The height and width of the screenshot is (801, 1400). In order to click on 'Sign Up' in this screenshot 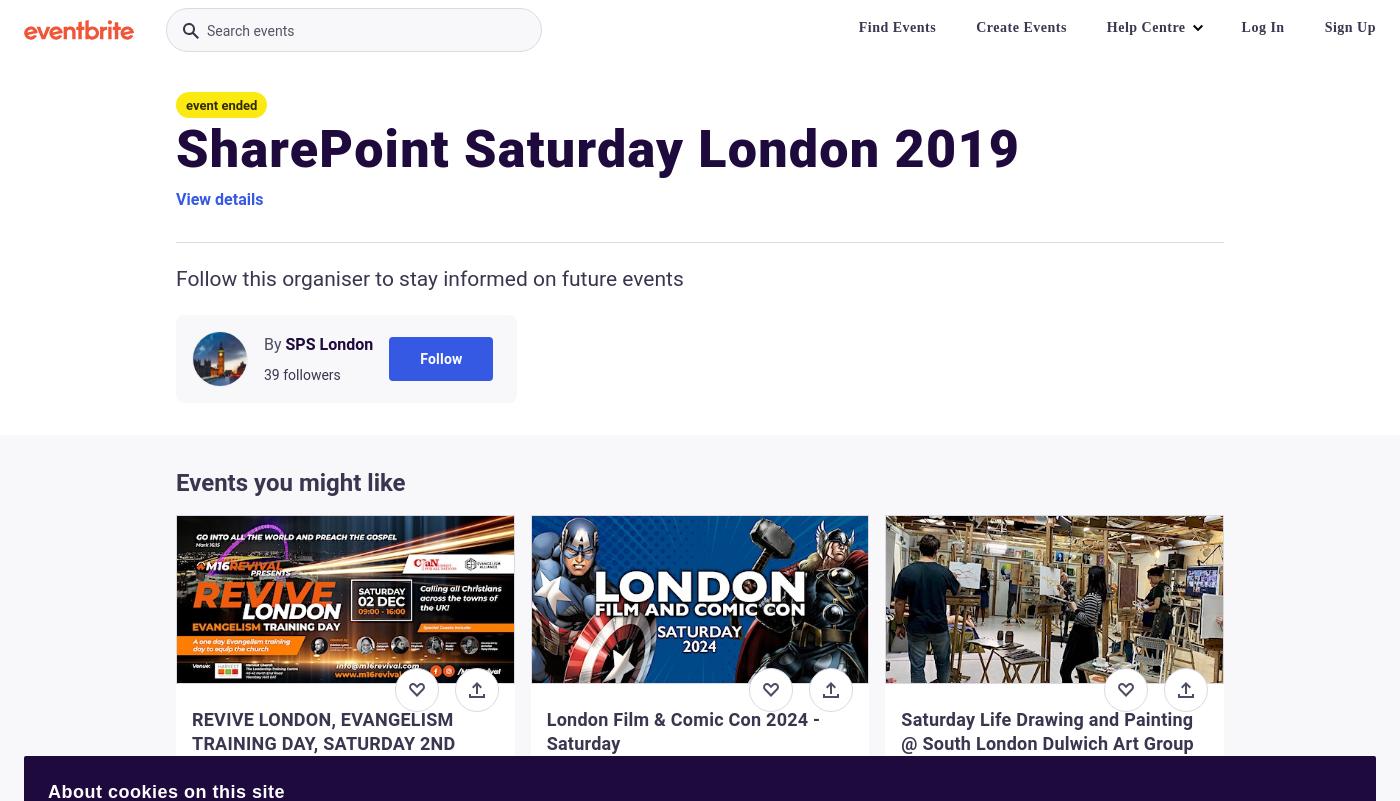, I will do `click(1350, 27)`.